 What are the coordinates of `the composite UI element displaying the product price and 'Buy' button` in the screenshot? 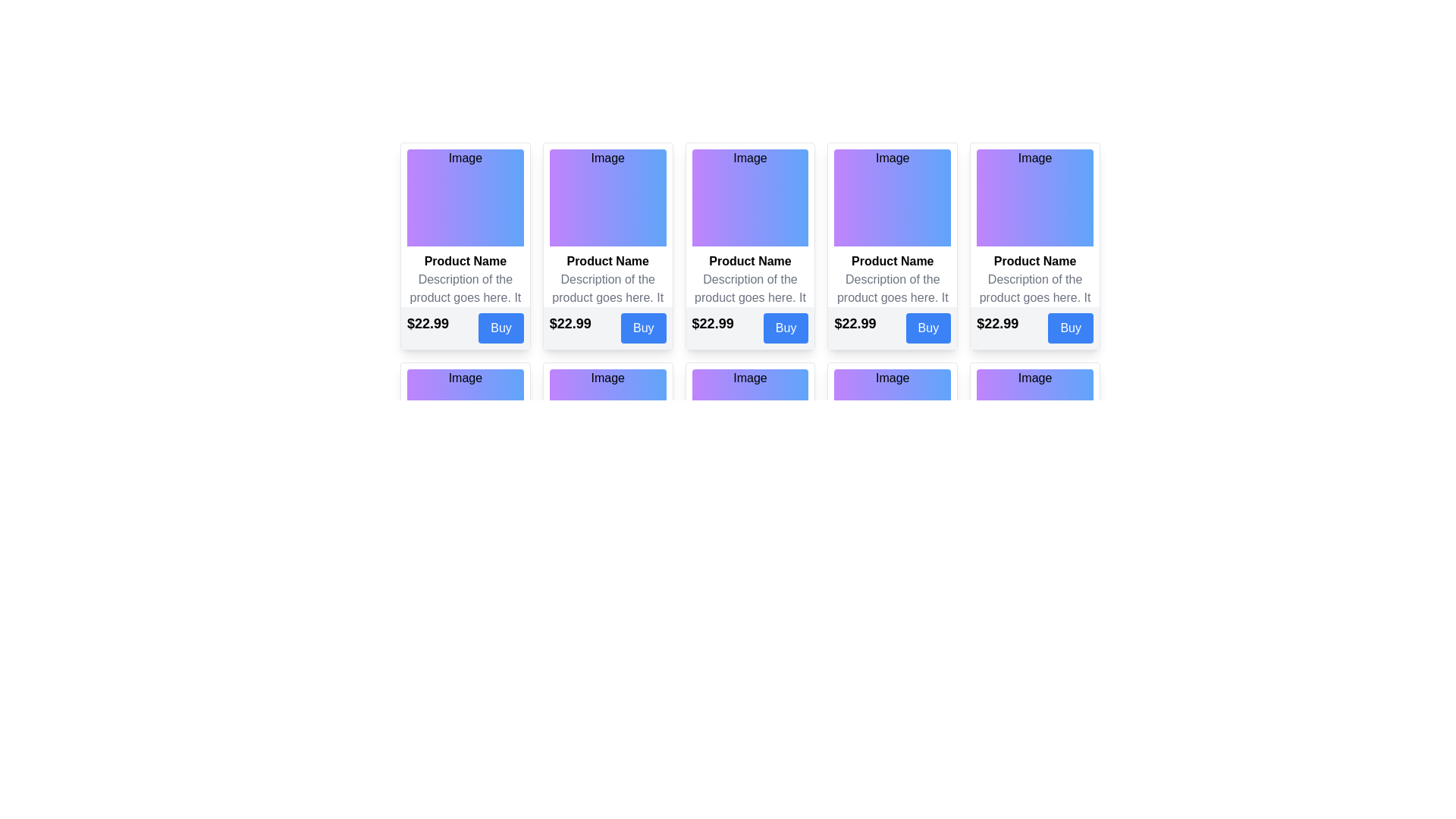 It's located at (464, 327).